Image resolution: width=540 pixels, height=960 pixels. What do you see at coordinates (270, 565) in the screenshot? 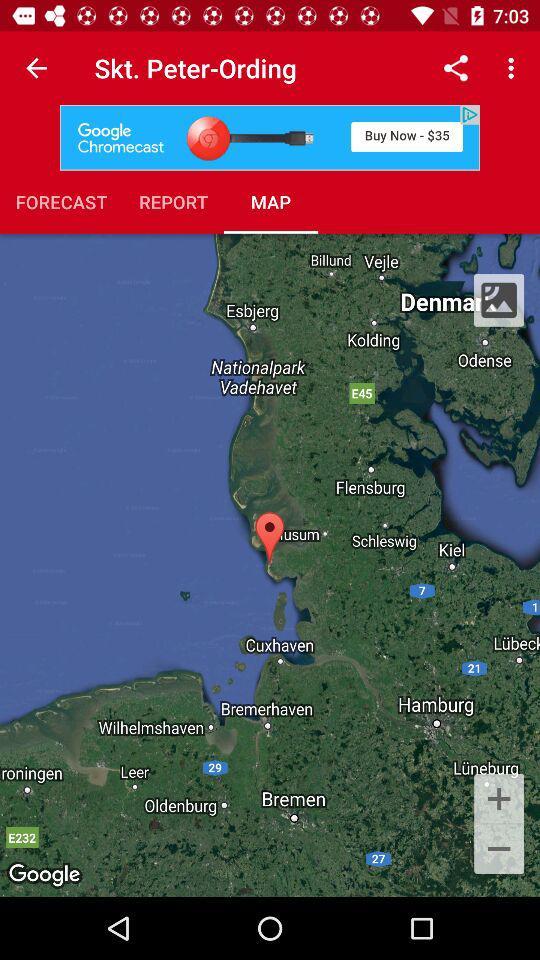
I see `item at the center` at bounding box center [270, 565].